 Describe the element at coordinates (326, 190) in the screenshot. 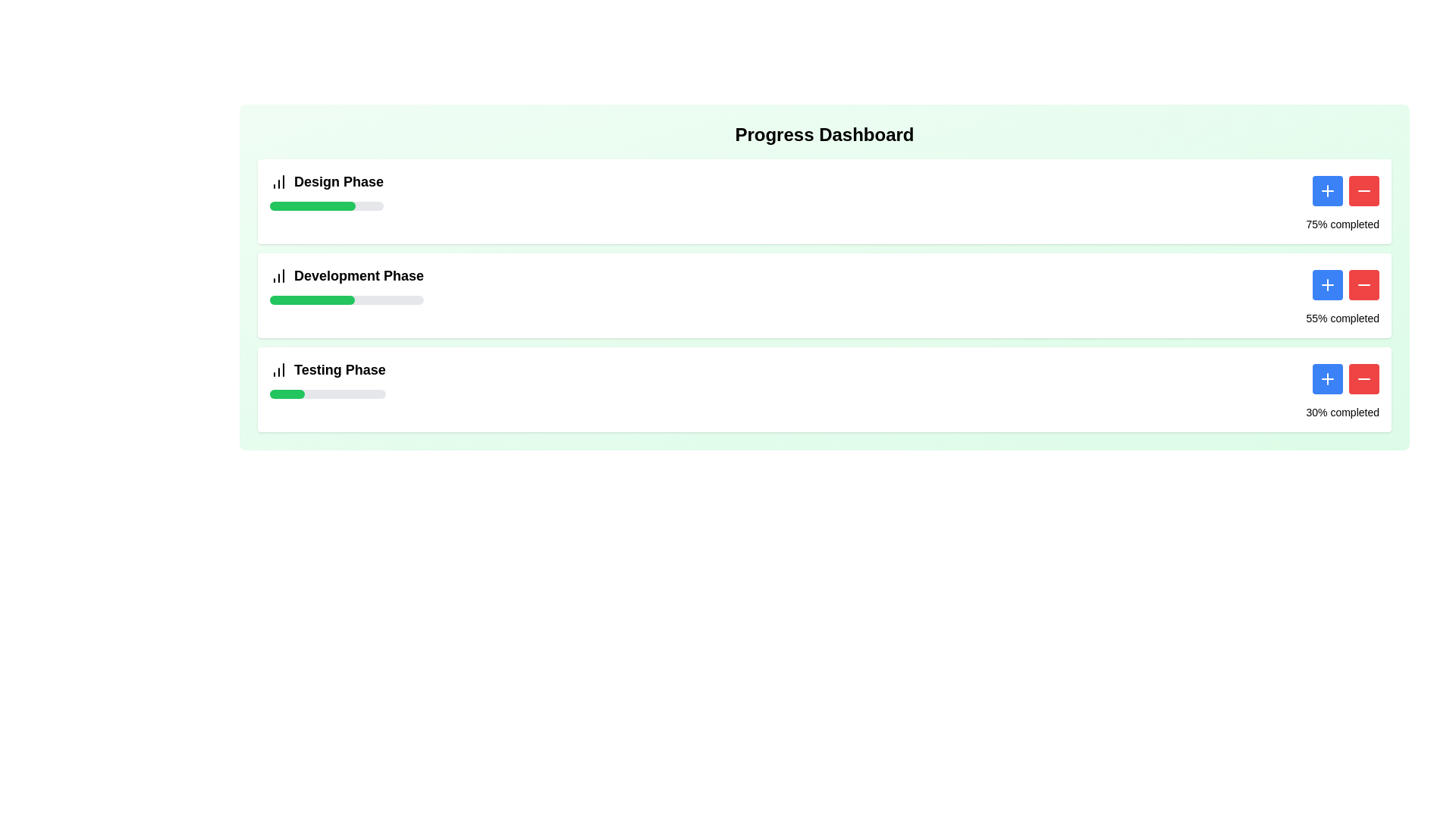

I see `the 'Design Phase' text label located in the first card at the top left section of the interface, which is adjacent to a bar chart icon and above a green progress bar` at that location.